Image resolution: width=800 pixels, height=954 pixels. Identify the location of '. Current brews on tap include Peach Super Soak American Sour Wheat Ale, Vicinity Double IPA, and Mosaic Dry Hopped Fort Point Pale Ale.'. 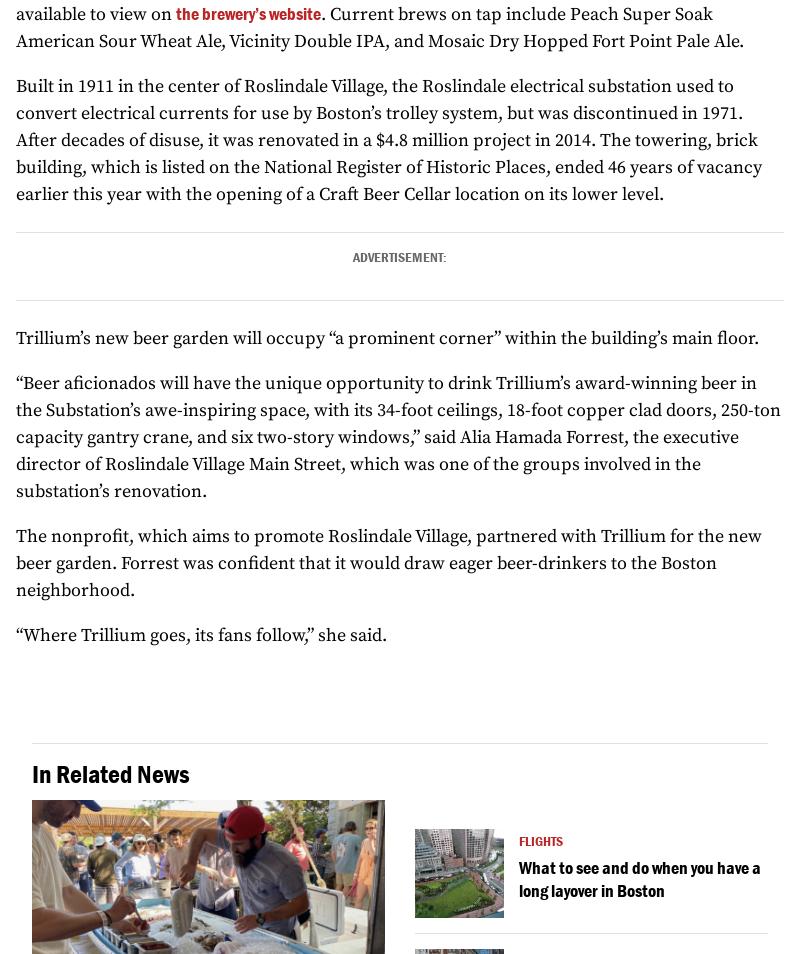
(379, 27).